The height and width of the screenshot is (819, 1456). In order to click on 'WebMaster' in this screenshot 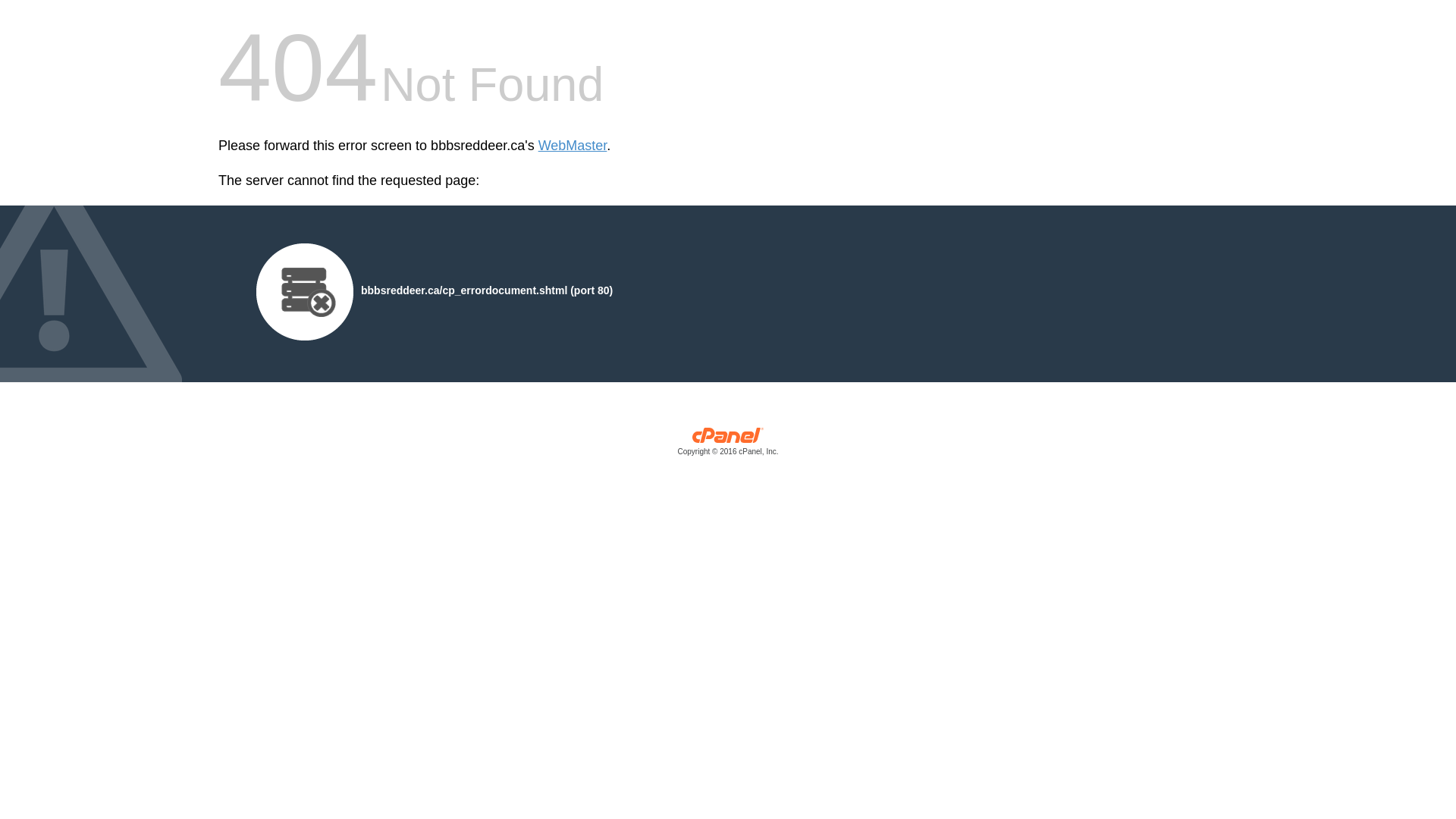, I will do `click(538, 146)`.